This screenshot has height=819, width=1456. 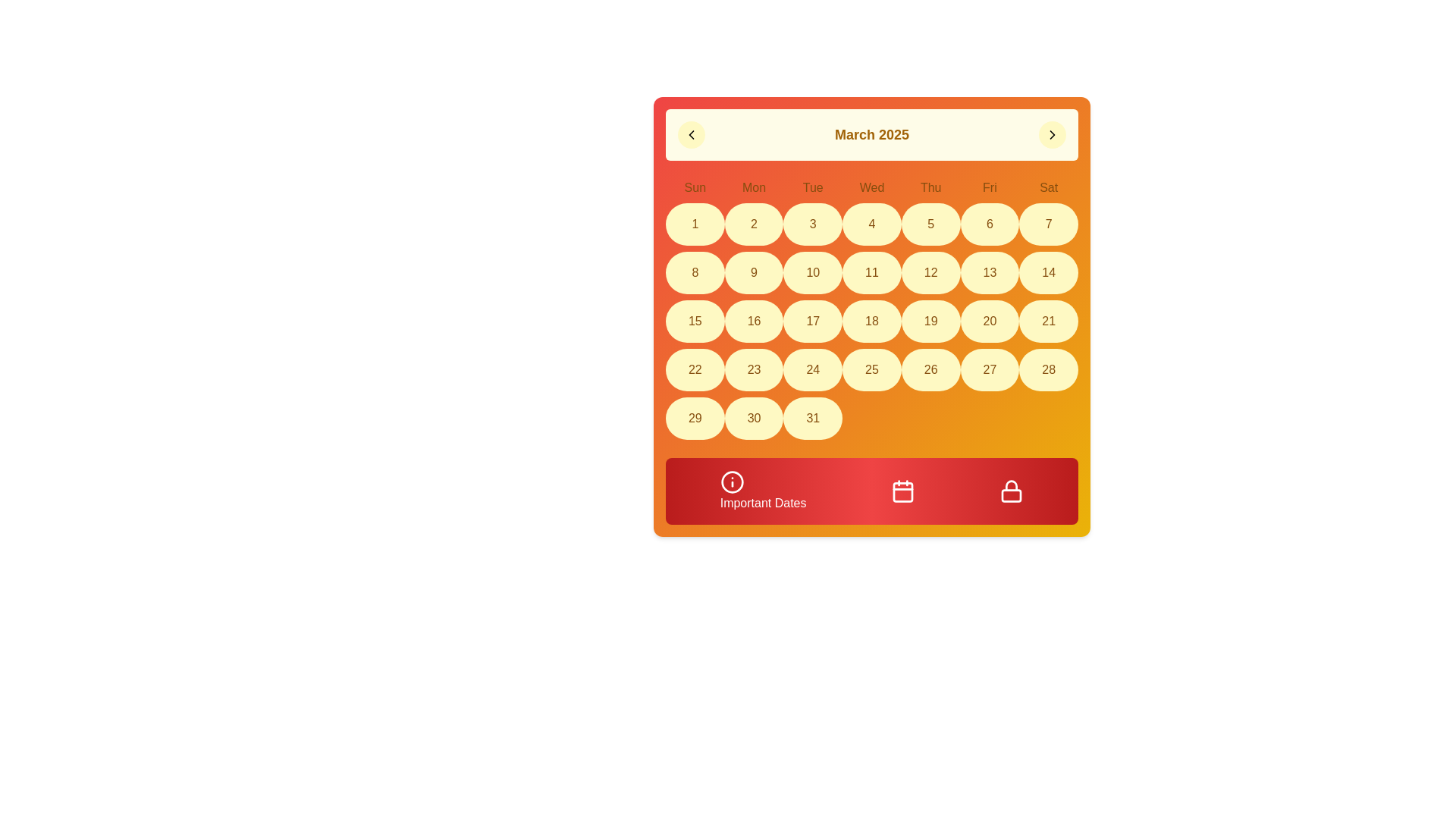 I want to click on the left-pointing chevron icon styled as an SVG component, which is located in the top-left corner of the interface, so click(x=691, y=133).